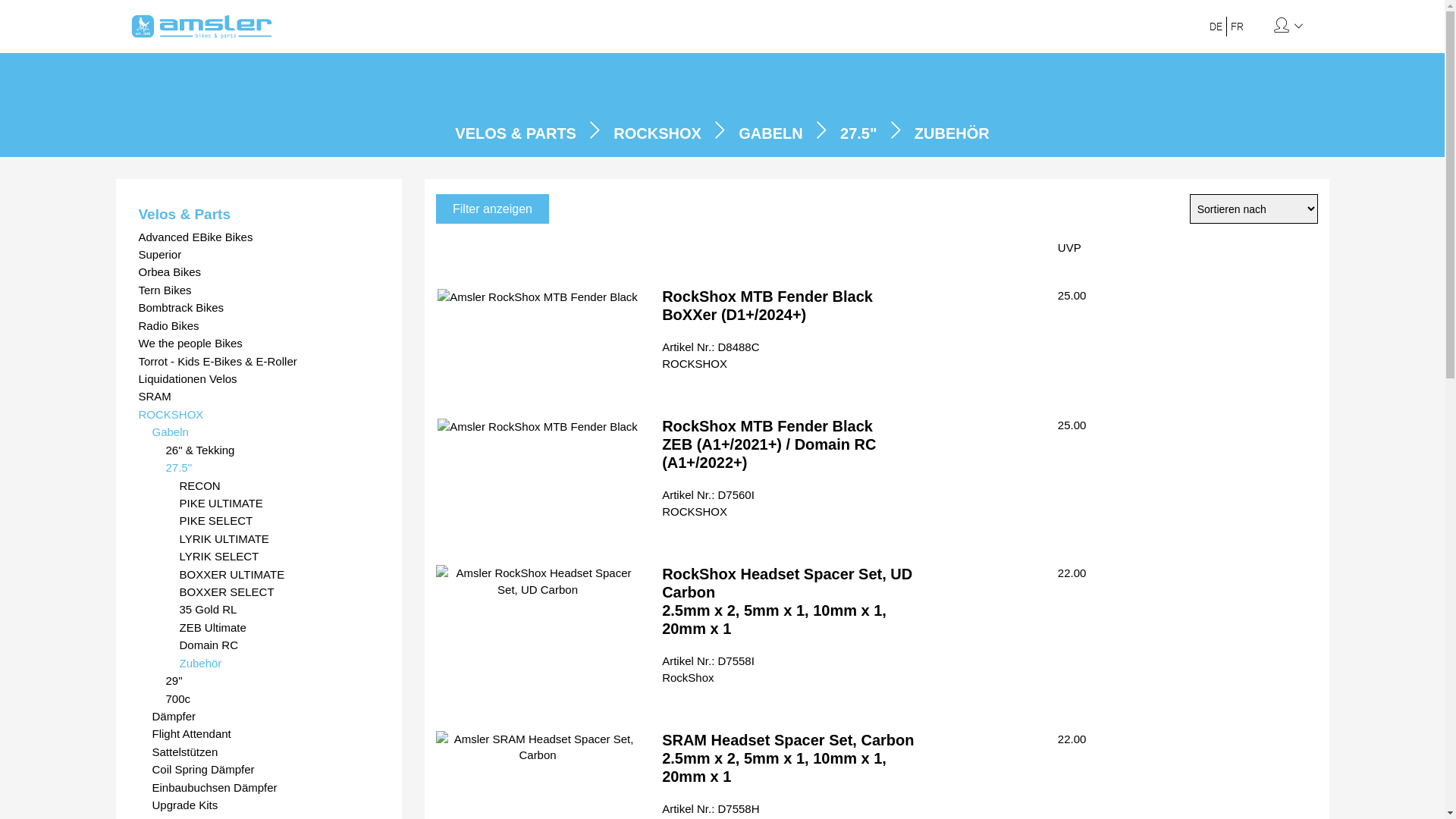 The height and width of the screenshot is (819, 1456). What do you see at coordinates (858, 133) in the screenshot?
I see `'27.5"'` at bounding box center [858, 133].